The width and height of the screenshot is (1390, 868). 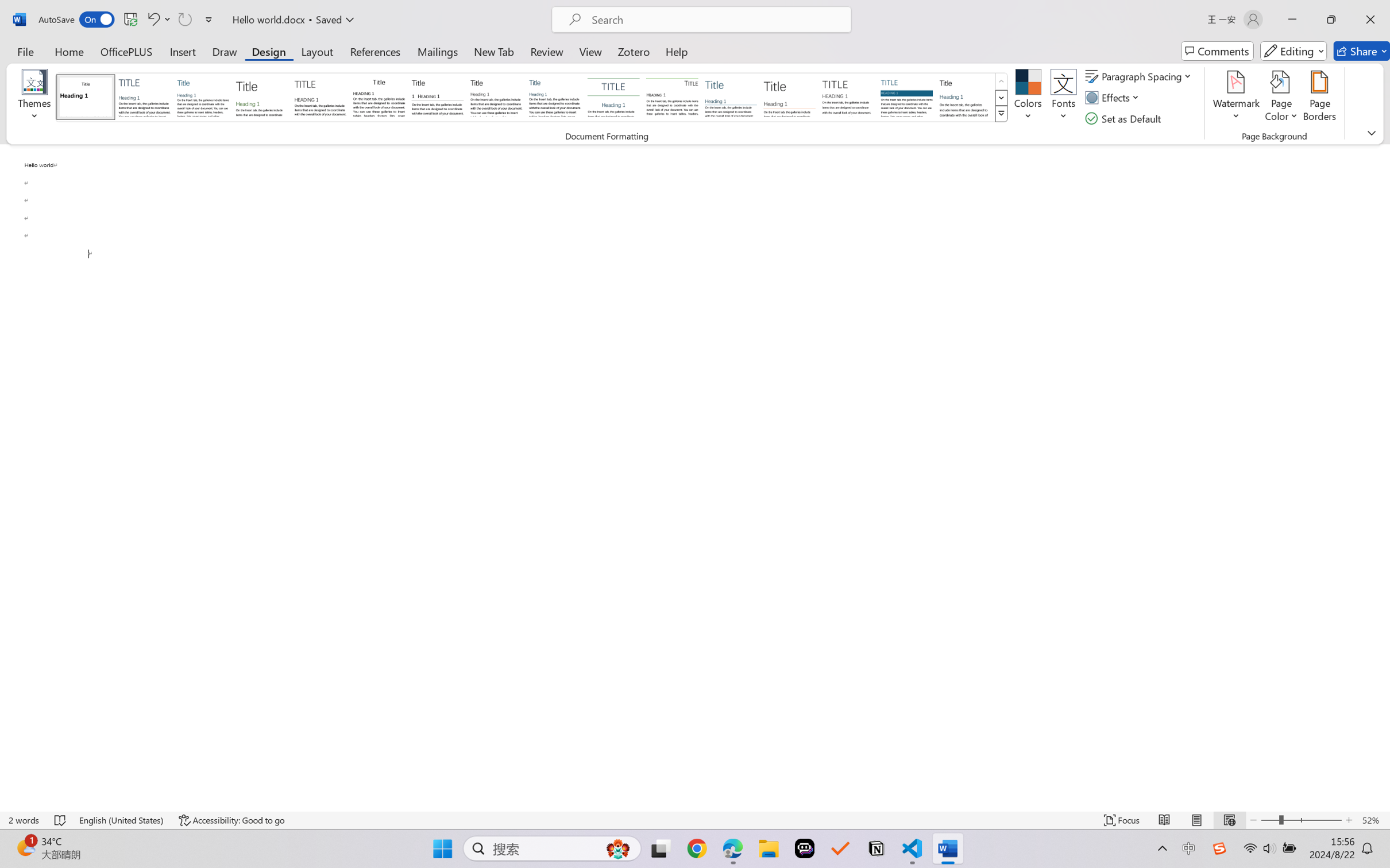 What do you see at coordinates (1196, 820) in the screenshot?
I see `'Print Layout'` at bounding box center [1196, 820].